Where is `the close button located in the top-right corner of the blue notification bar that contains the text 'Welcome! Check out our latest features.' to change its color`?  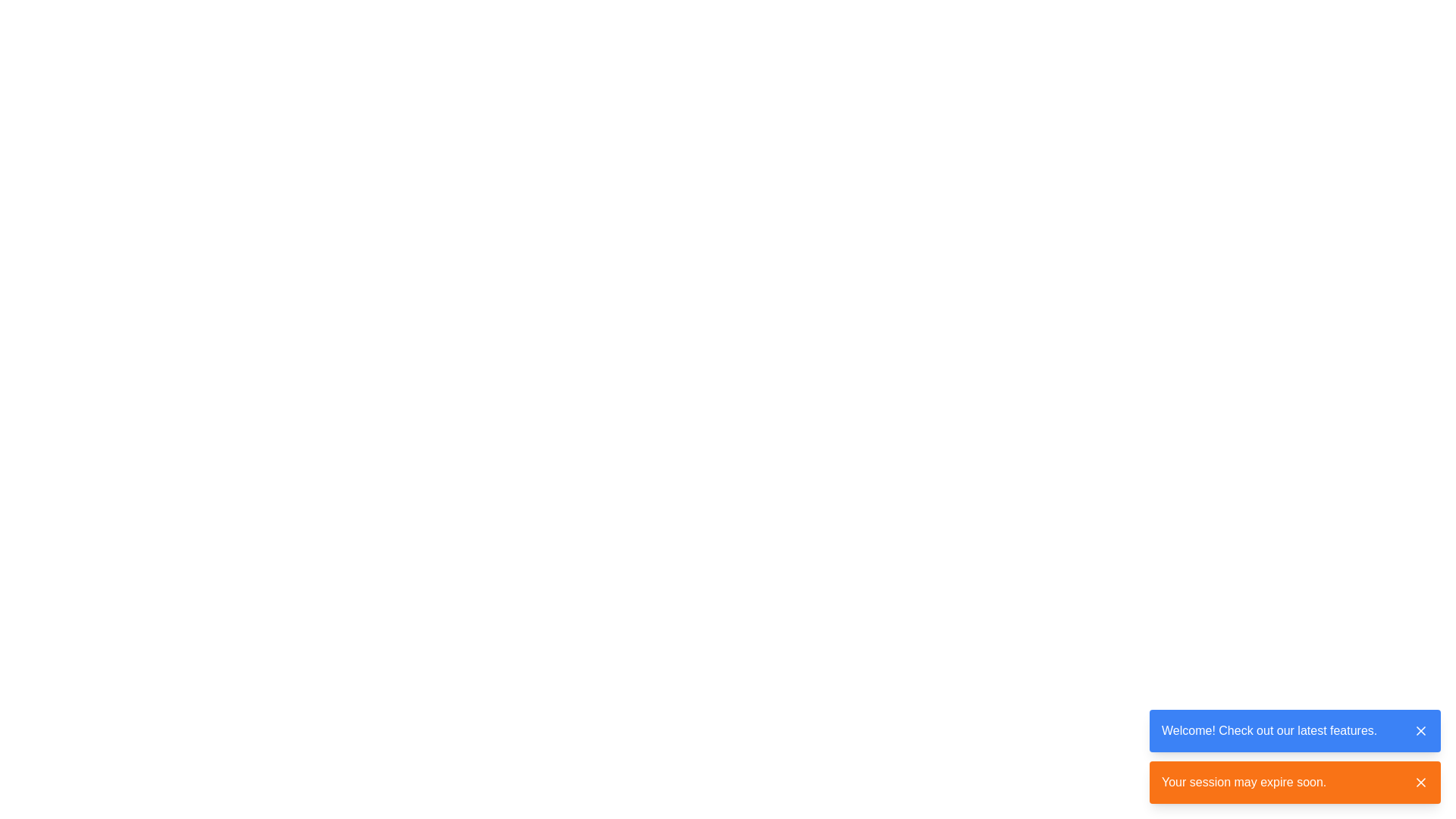 the close button located in the top-right corner of the blue notification bar that contains the text 'Welcome! Check out our latest features.' to change its color is located at coordinates (1420, 730).